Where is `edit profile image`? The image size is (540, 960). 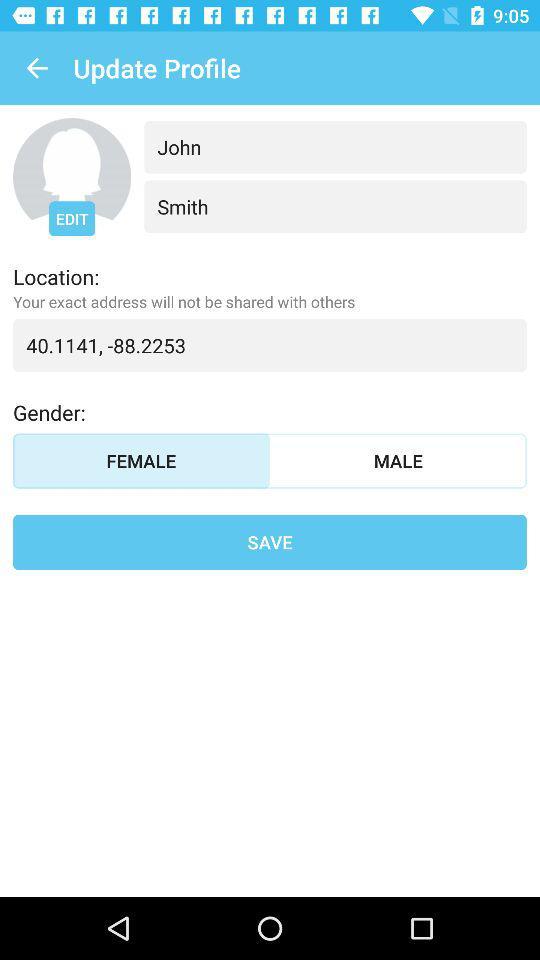
edit profile image is located at coordinates (71, 176).